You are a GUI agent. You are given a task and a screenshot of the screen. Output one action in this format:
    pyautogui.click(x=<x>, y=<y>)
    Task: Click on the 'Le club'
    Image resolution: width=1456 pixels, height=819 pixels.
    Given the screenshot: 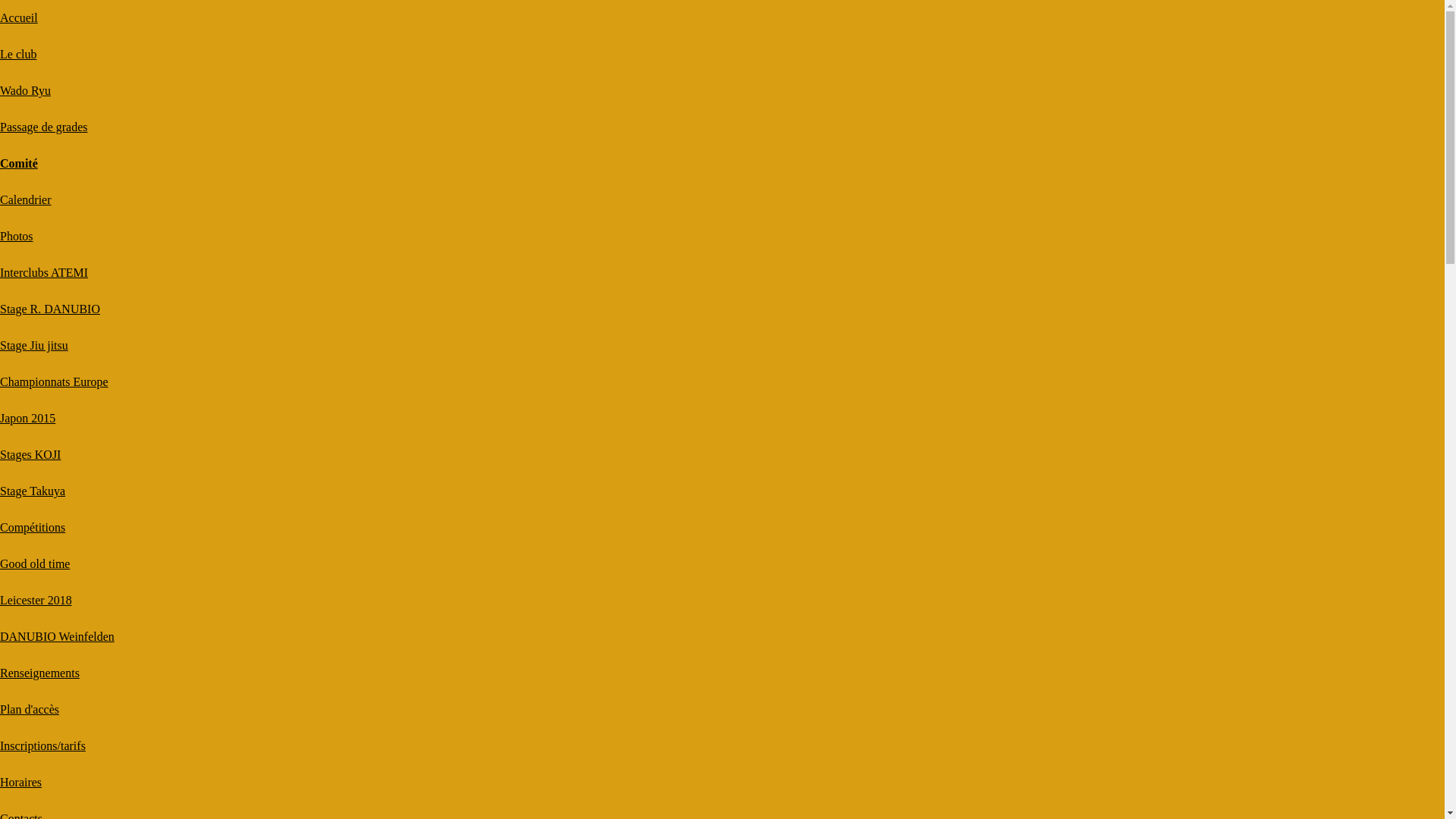 What is the action you would take?
    pyautogui.click(x=18, y=53)
    